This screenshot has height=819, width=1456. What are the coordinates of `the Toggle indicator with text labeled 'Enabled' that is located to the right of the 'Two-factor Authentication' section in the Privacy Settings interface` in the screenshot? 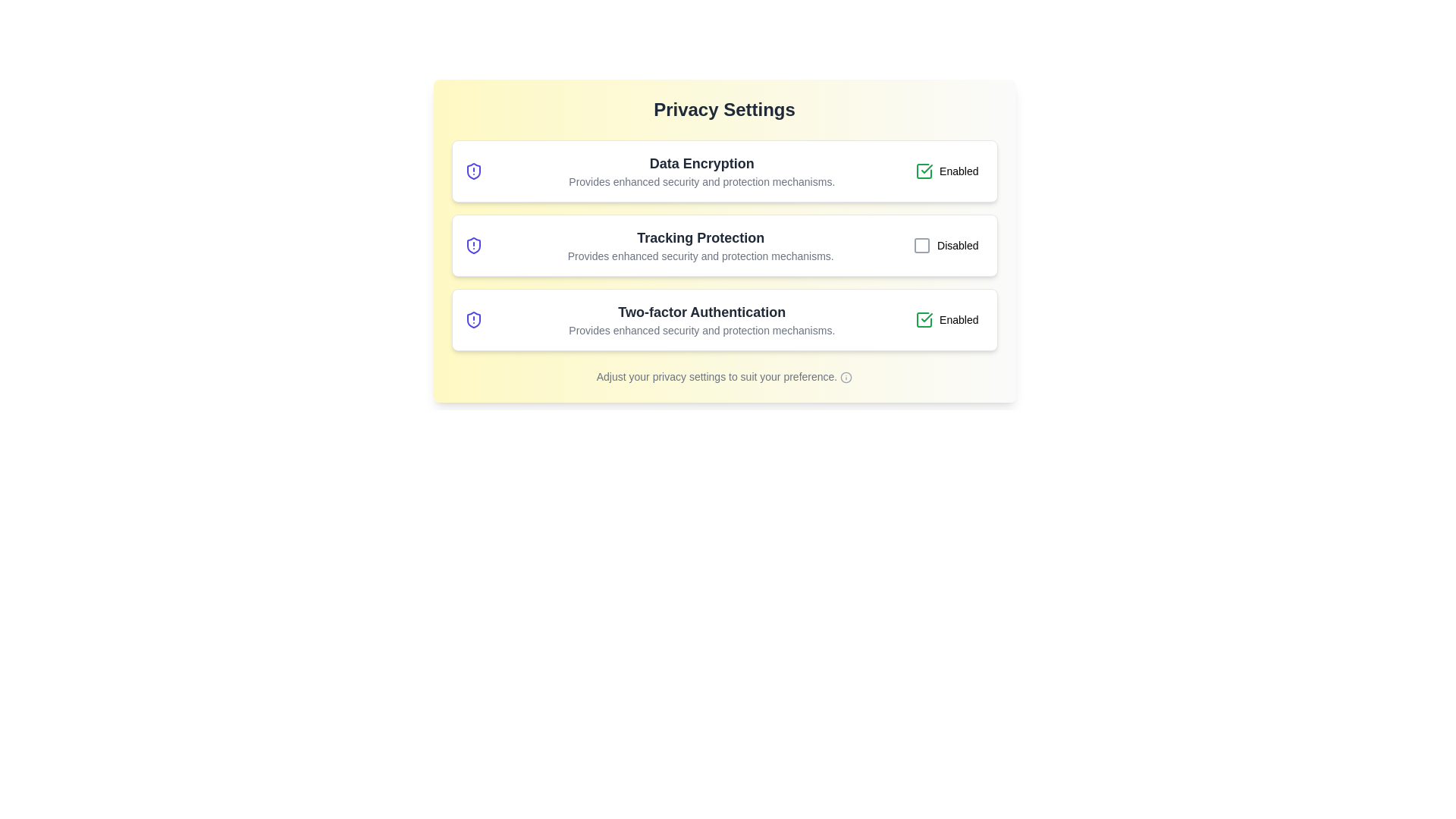 It's located at (946, 318).